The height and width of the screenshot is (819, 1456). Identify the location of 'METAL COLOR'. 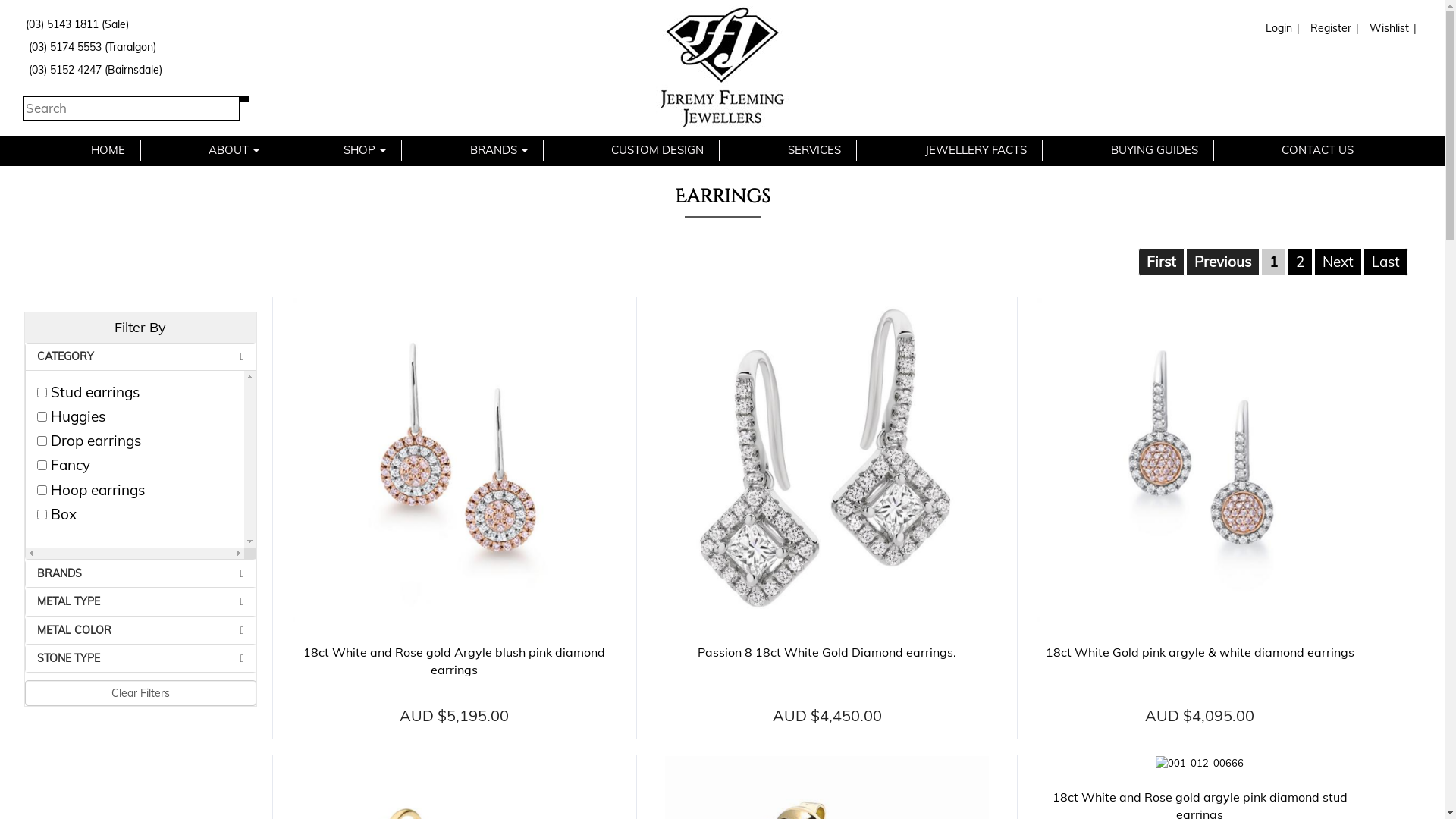
(140, 630).